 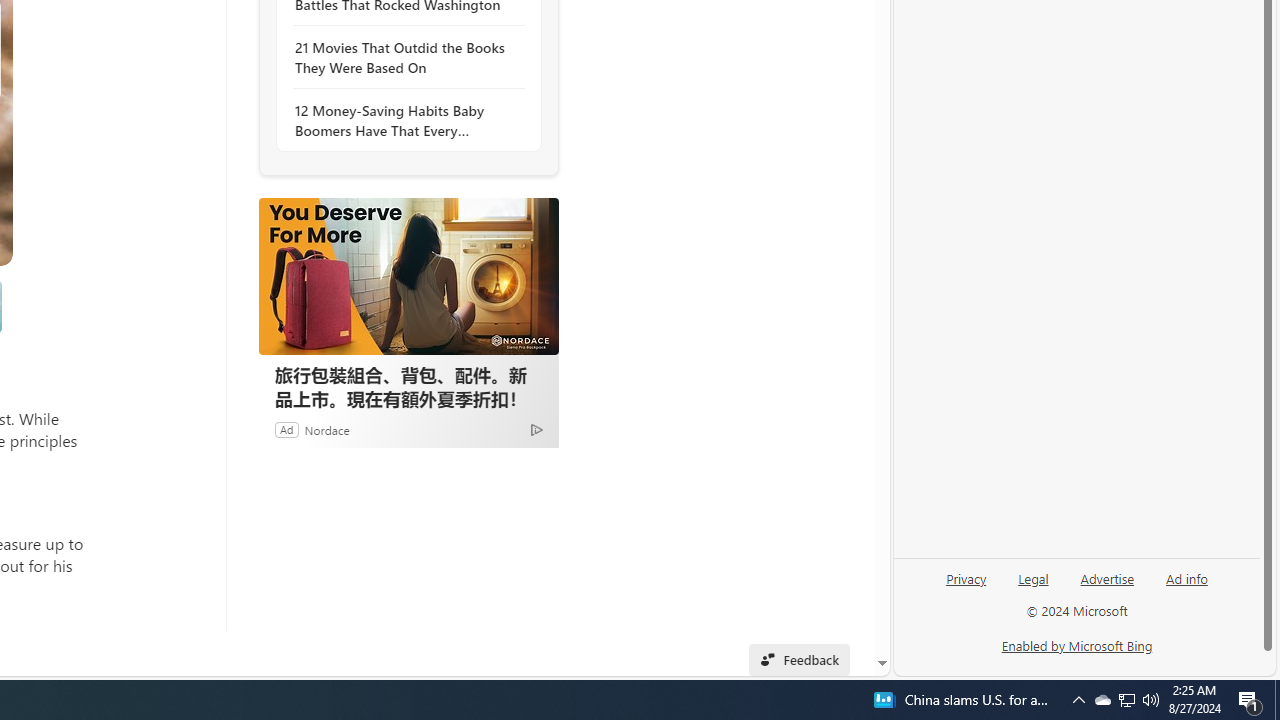 What do you see at coordinates (285, 428) in the screenshot?
I see `'Ad'` at bounding box center [285, 428].